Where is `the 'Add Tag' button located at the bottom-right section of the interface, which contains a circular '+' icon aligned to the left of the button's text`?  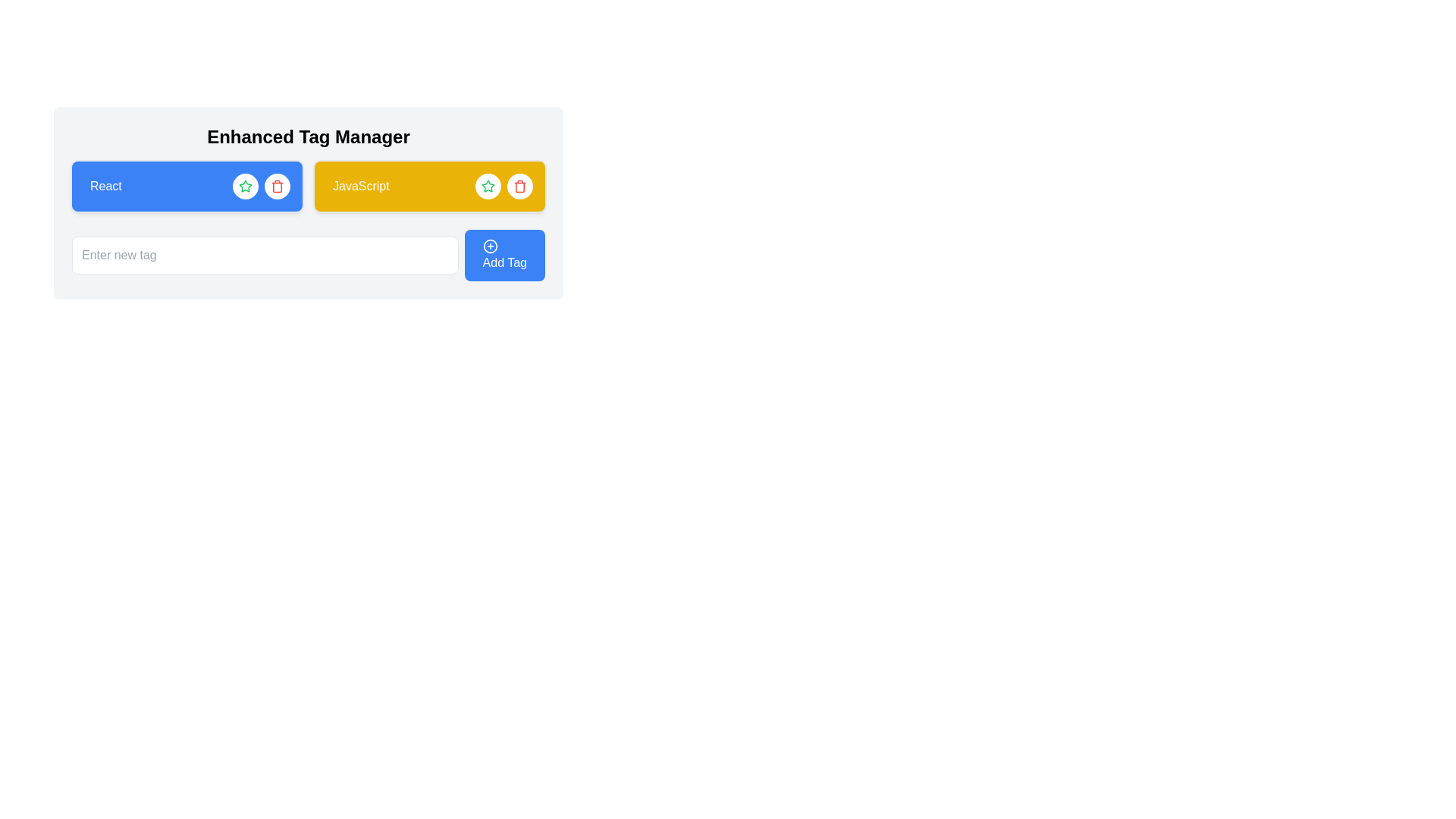 the 'Add Tag' button located at the bottom-right section of the interface, which contains a circular '+' icon aligned to the left of the button's text is located at coordinates (490, 245).